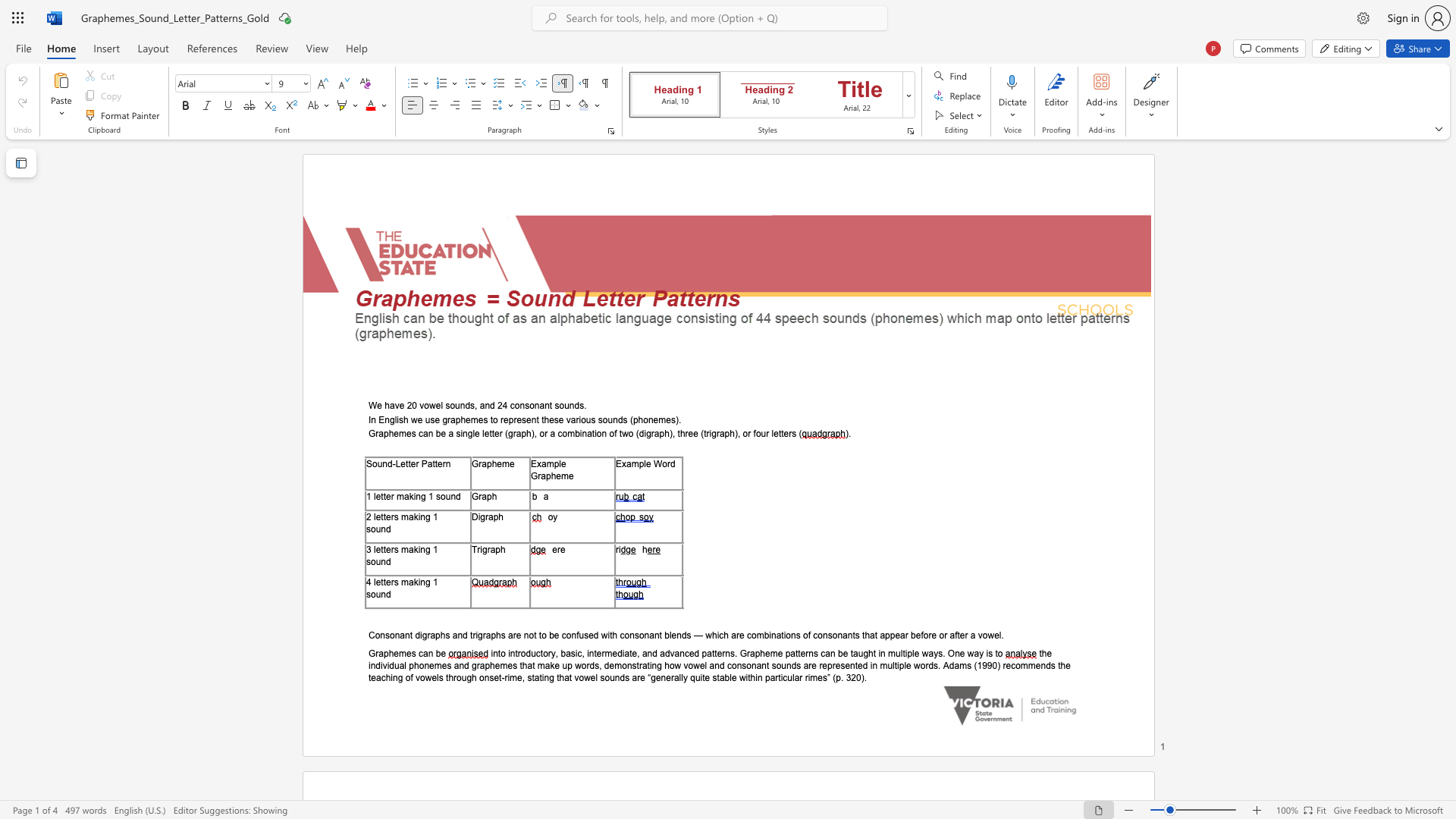  What do you see at coordinates (397, 419) in the screenshot?
I see `the subset text "ish we use gr" within the text "In English we use graphemes to"` at bounding box center [397, 419].